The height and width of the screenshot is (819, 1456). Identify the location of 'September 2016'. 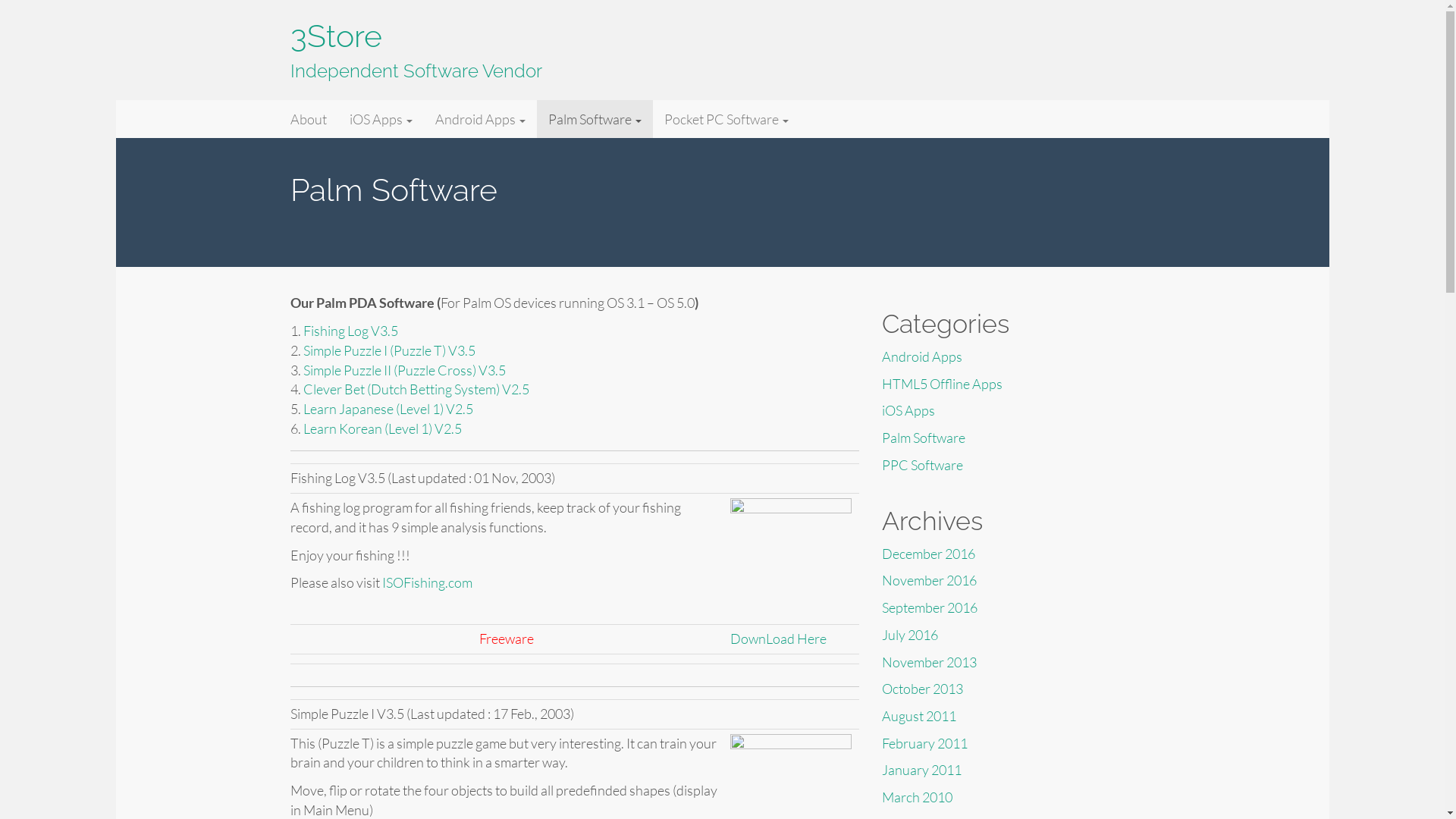
(927, 607).